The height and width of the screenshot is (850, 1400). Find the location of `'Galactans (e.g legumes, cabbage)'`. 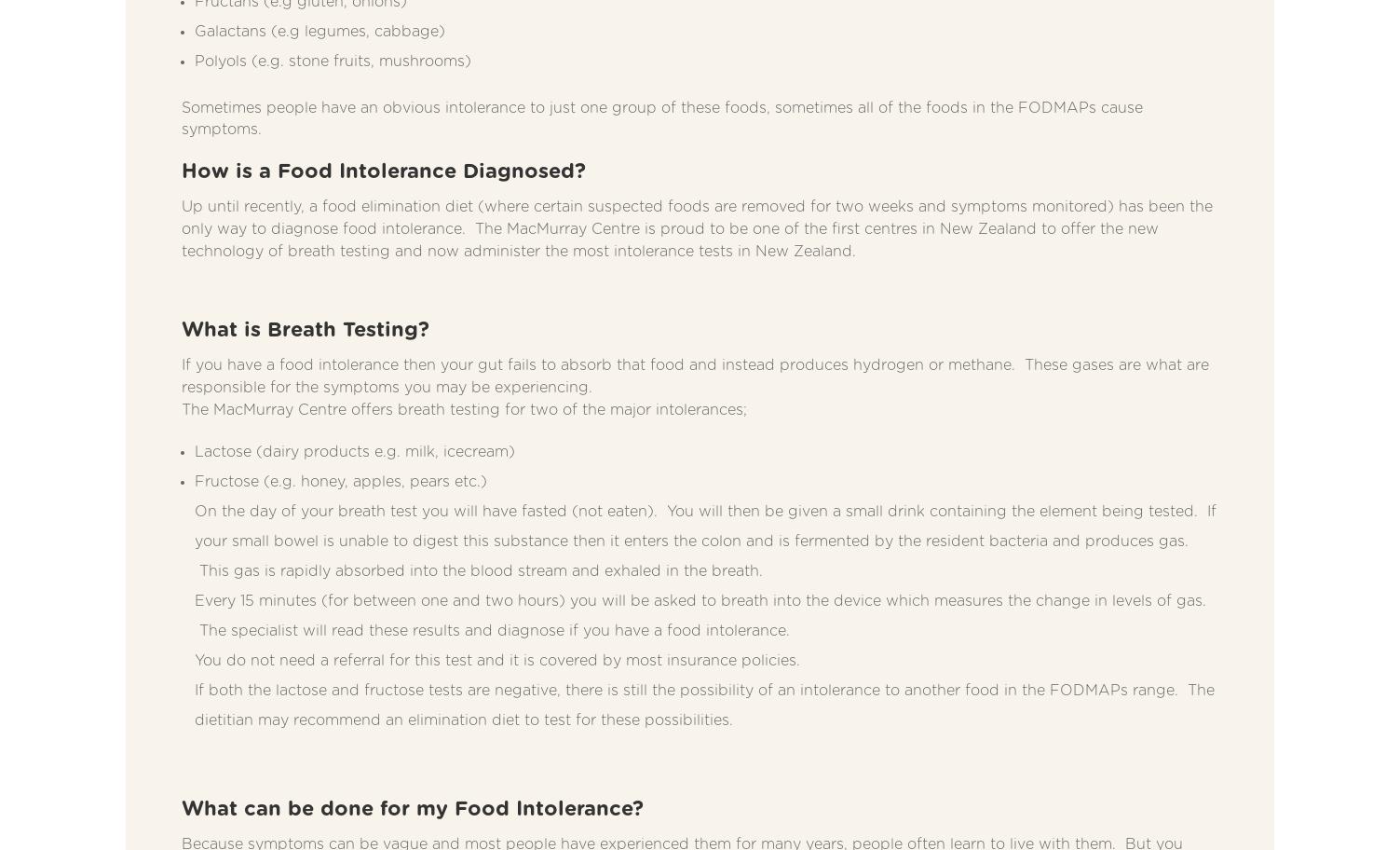

'Galactans (e.g legumes, cabbage)' is located at coordinates (319, 31).